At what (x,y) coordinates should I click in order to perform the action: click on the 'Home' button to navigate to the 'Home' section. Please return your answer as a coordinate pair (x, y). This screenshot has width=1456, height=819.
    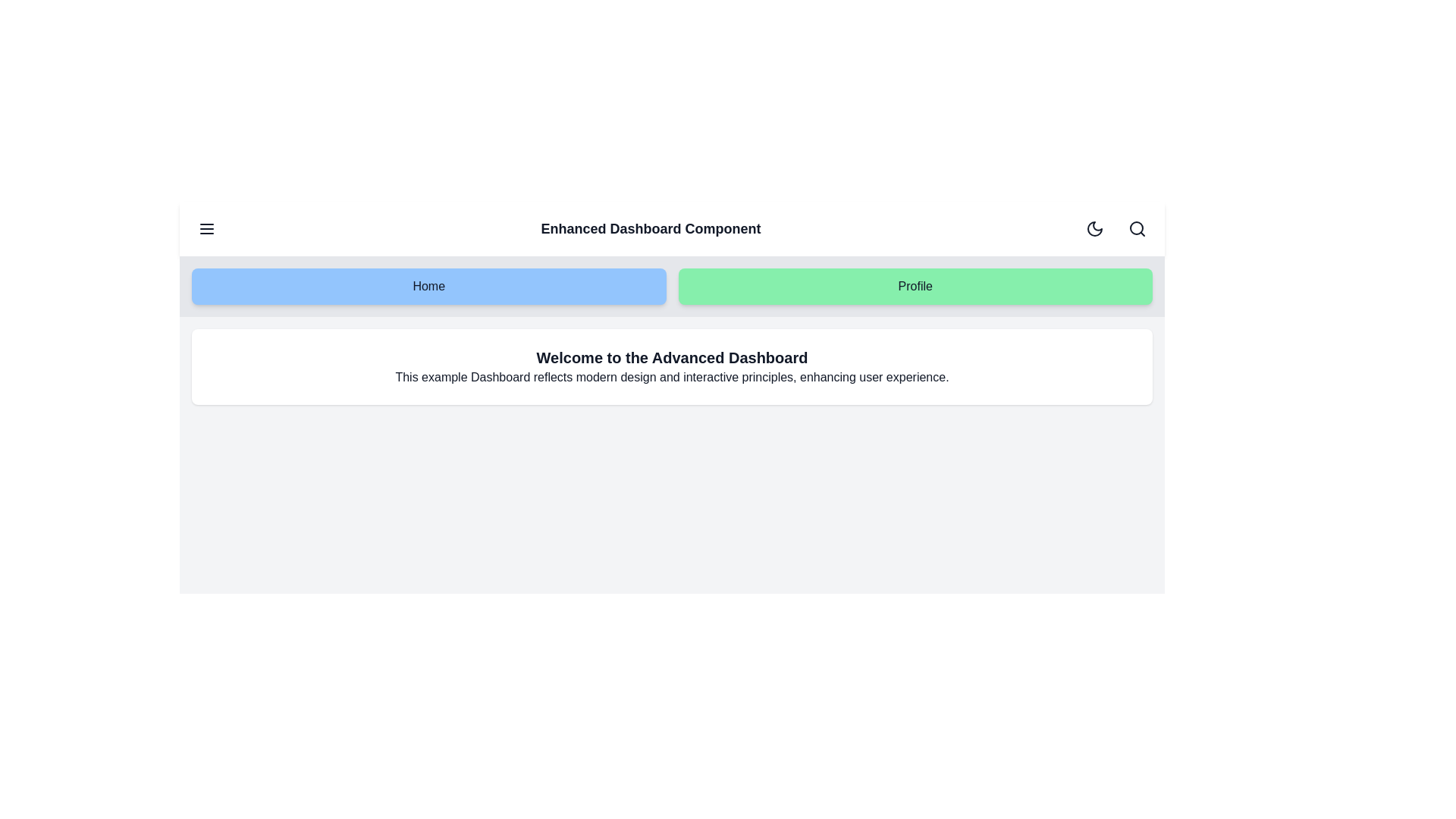
    Looking at the image, I should click on (428, 287).